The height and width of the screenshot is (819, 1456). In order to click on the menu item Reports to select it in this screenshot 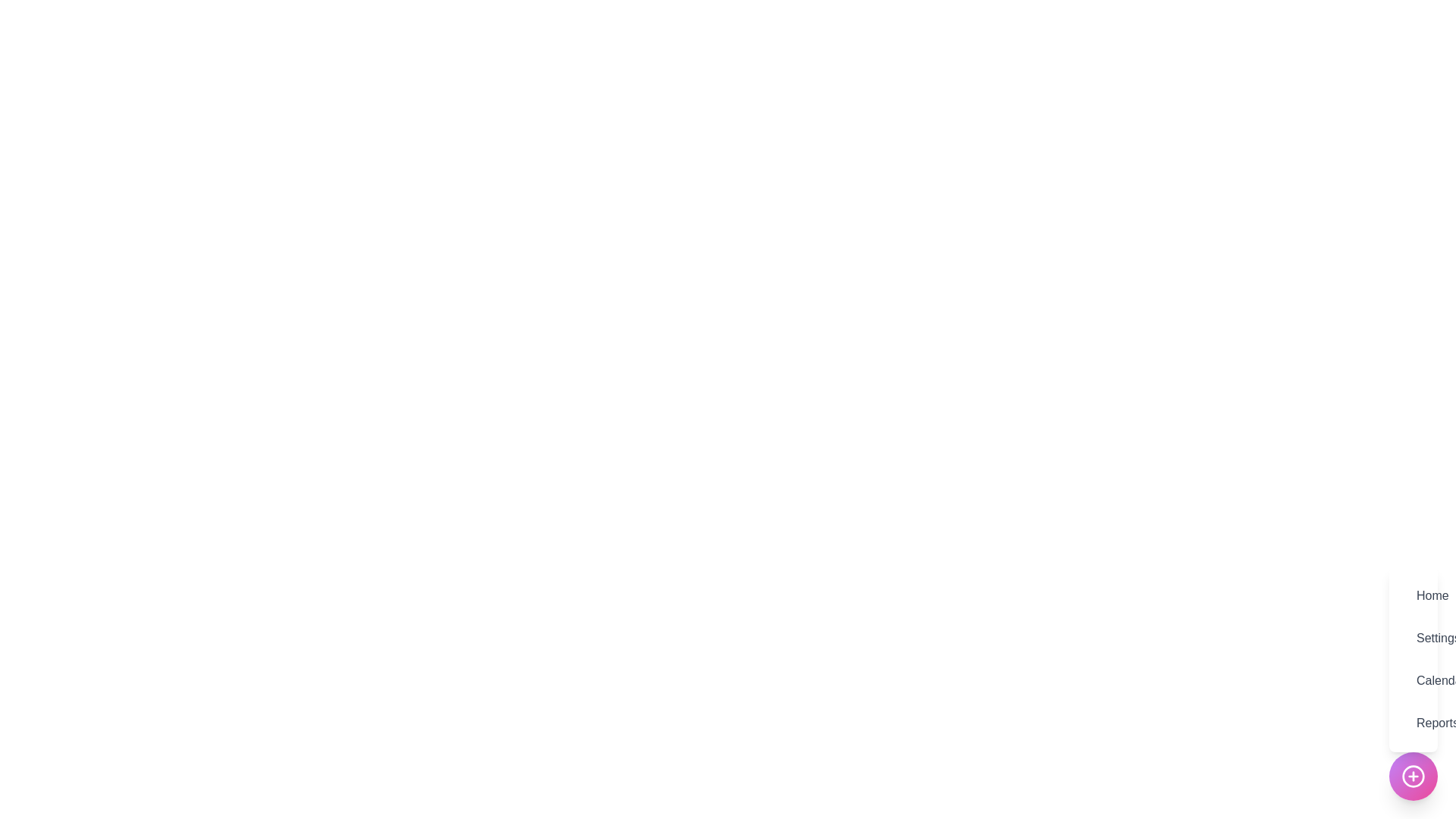, I will do `click(1412, 722)`.